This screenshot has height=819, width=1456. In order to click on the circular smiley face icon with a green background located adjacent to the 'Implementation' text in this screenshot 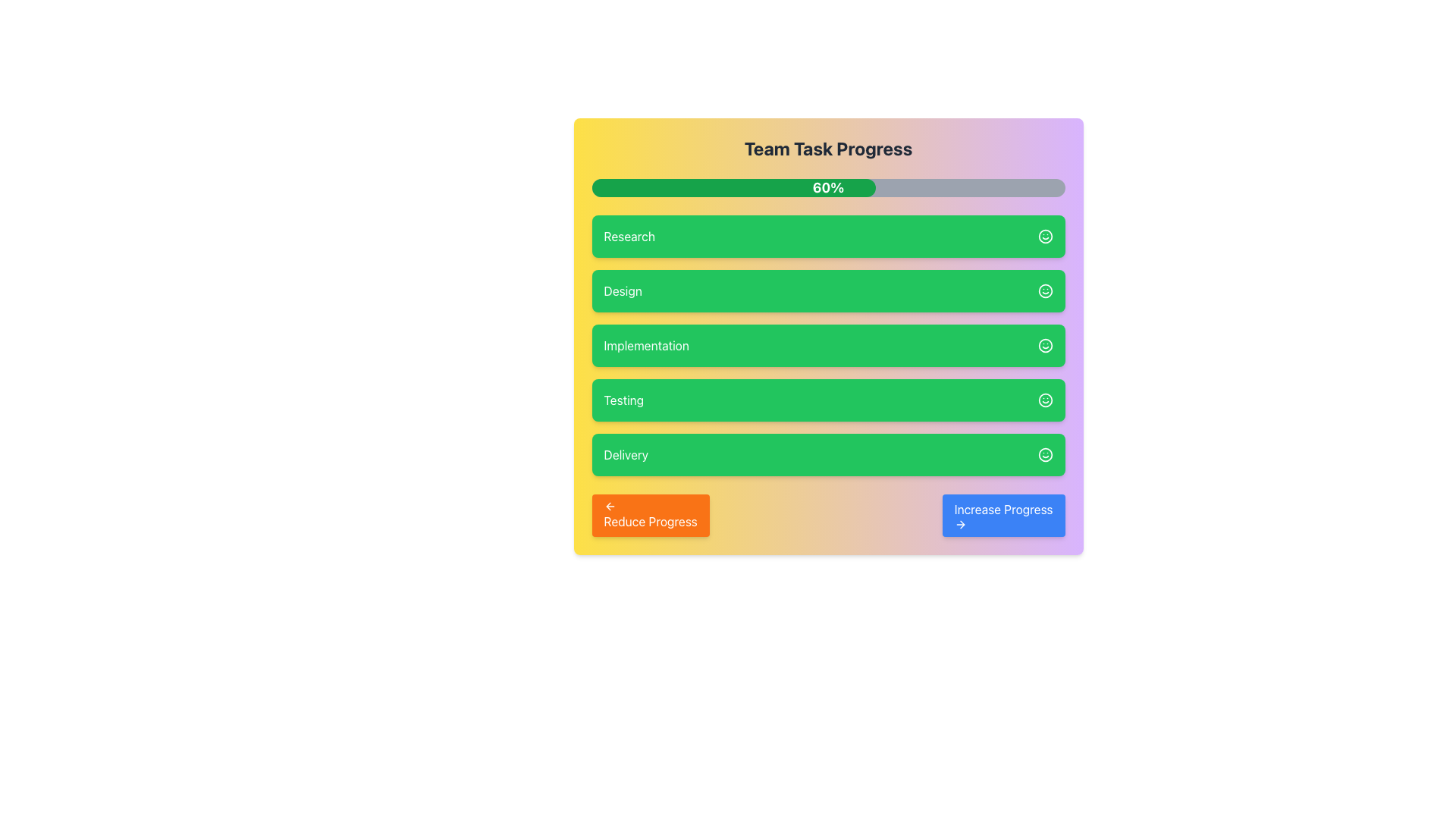, I will do `click(1044, 345)`.